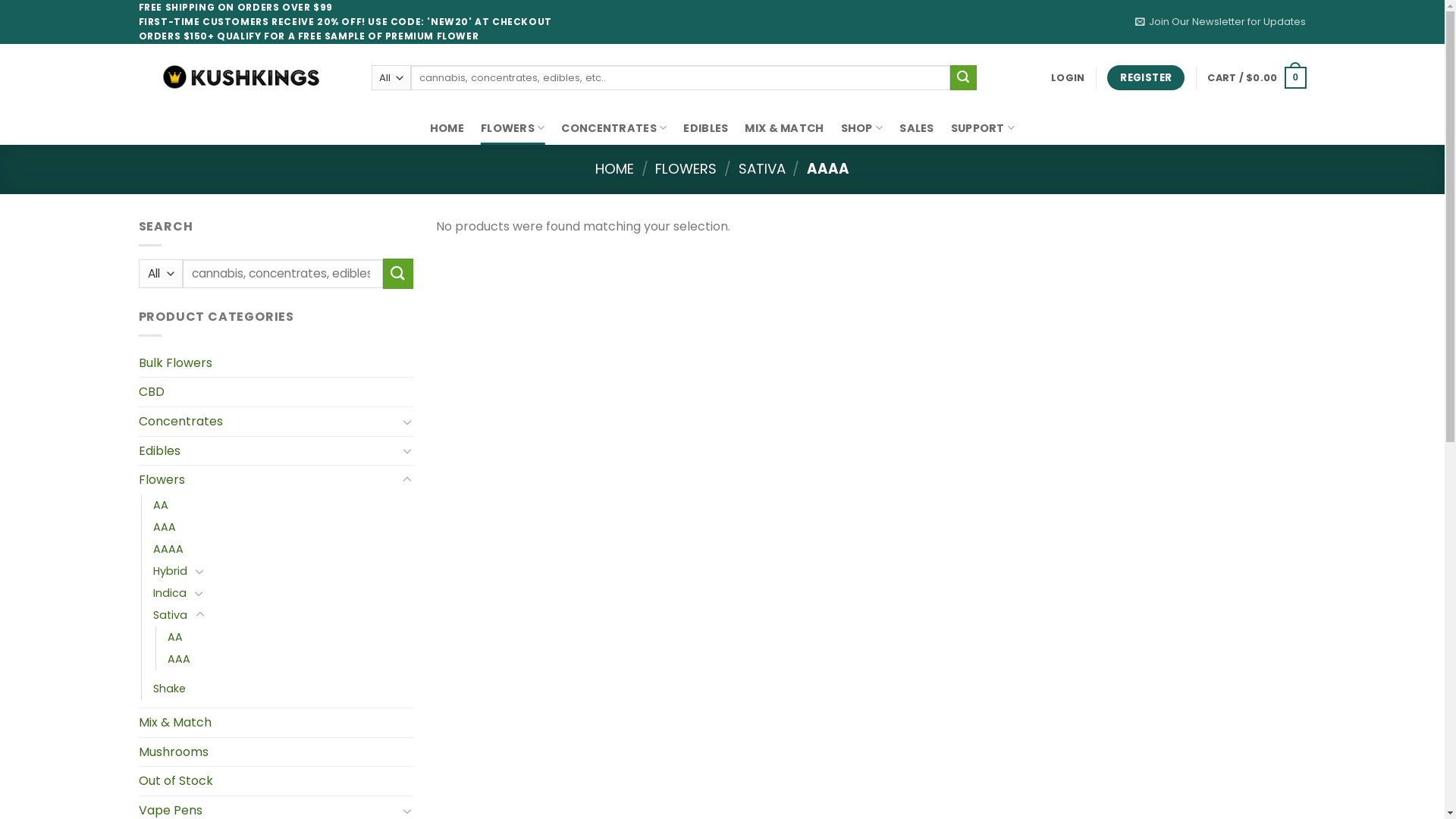  What do you see at coordinates (275, 721) in the screenshot?
I see `'Mix & Match'` at bounding box center [275, 721].